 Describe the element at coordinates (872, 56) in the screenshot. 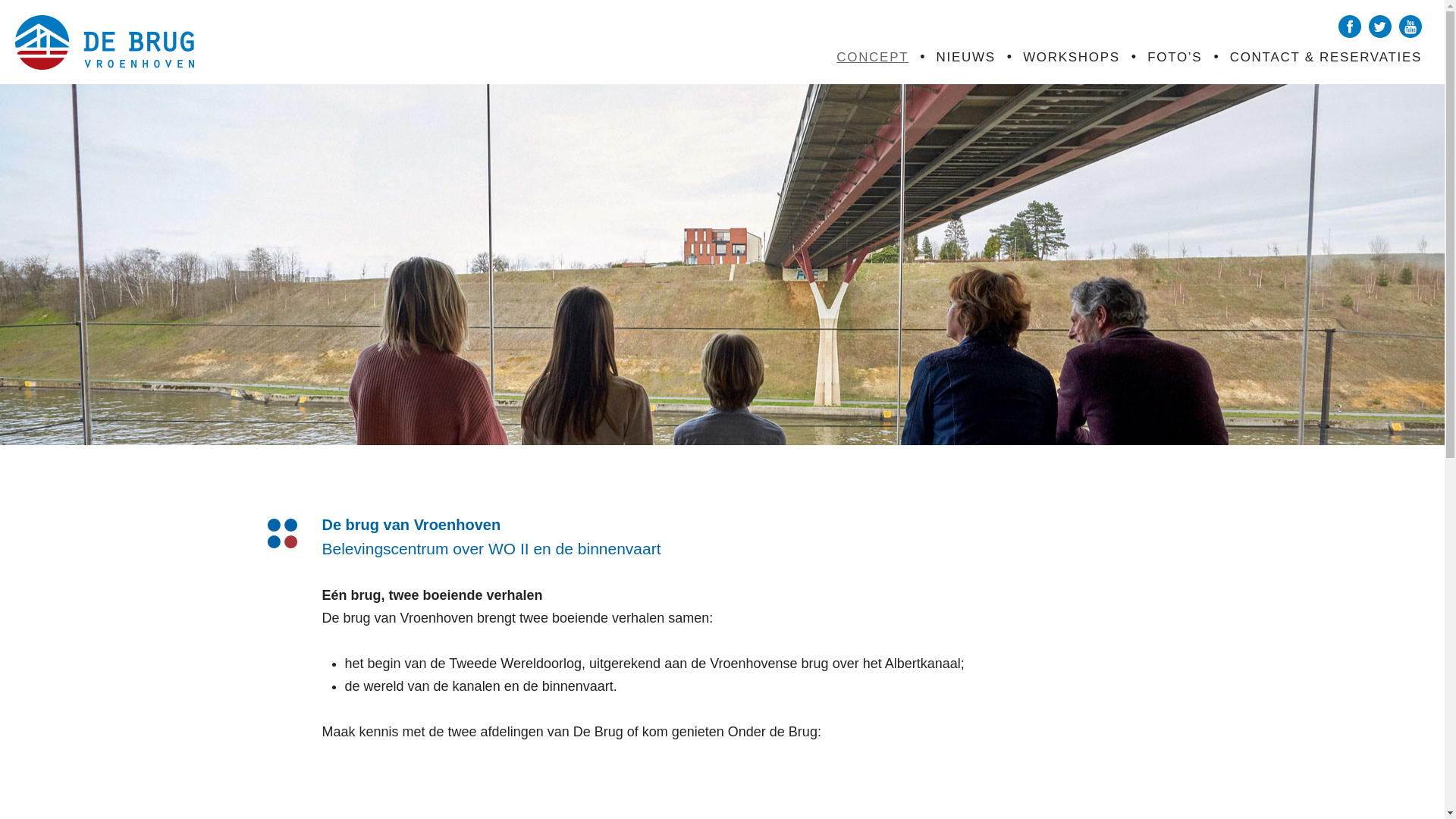

I see `'CONCEPT'` at that location.